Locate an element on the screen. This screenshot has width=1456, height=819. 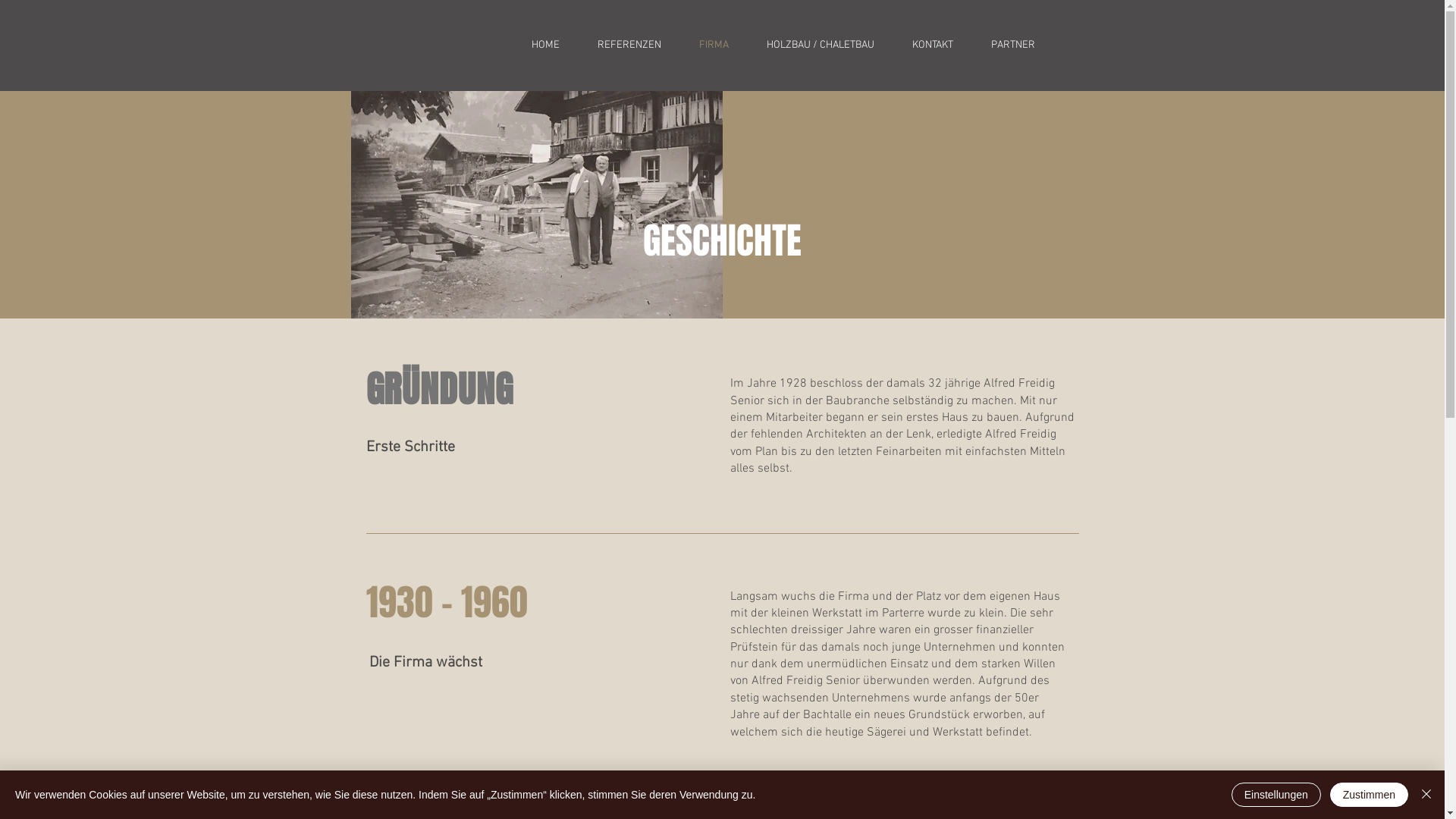
'Zustimmen' is located at coordinates (1329, 794).